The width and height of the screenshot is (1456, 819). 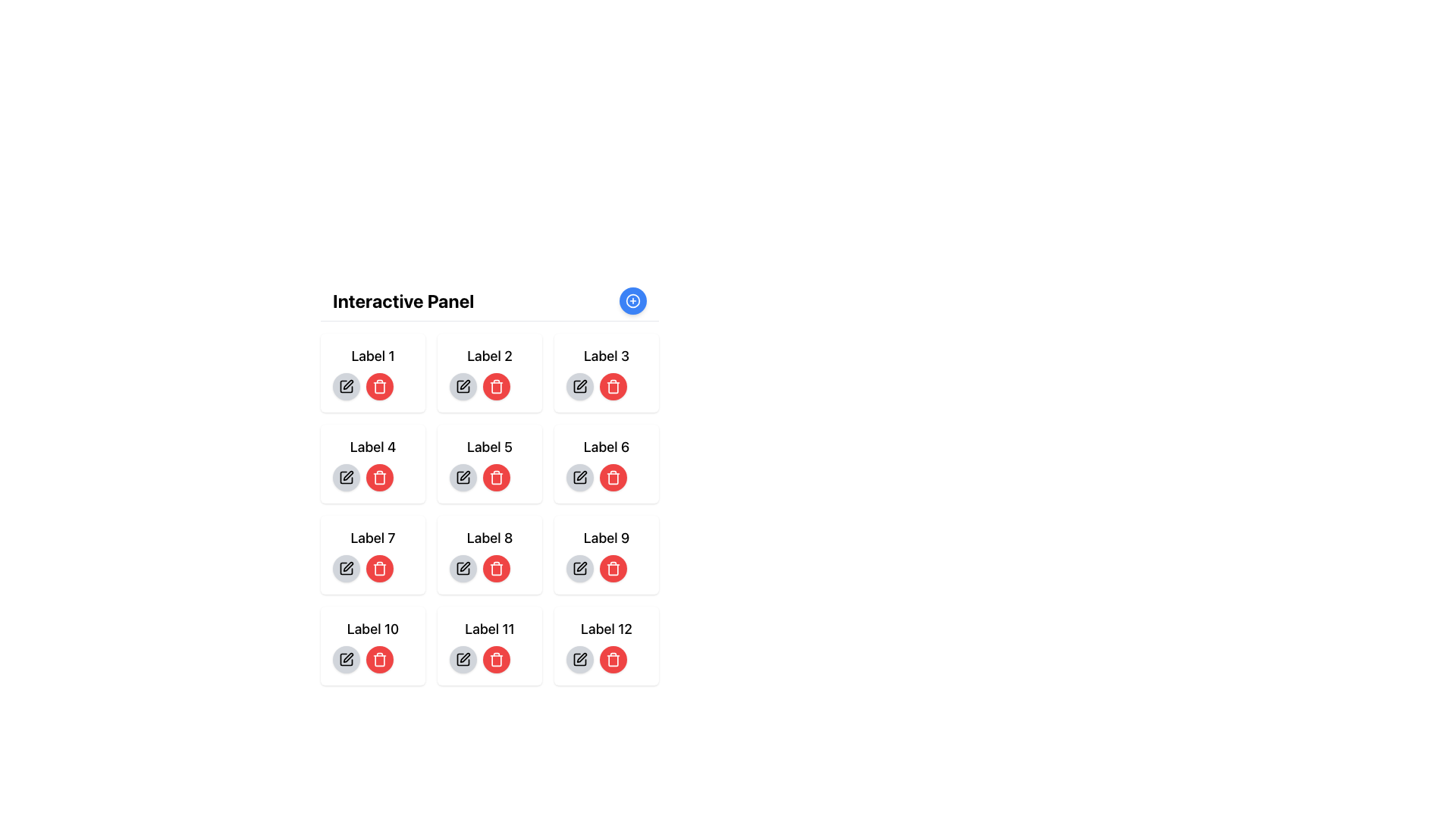 What do you see at coordinates (613, 568) in the screenshot?
I see `the Delete Icon Button, which is a white trash can icon outlined with a red background` at bounding box center [613, 568].